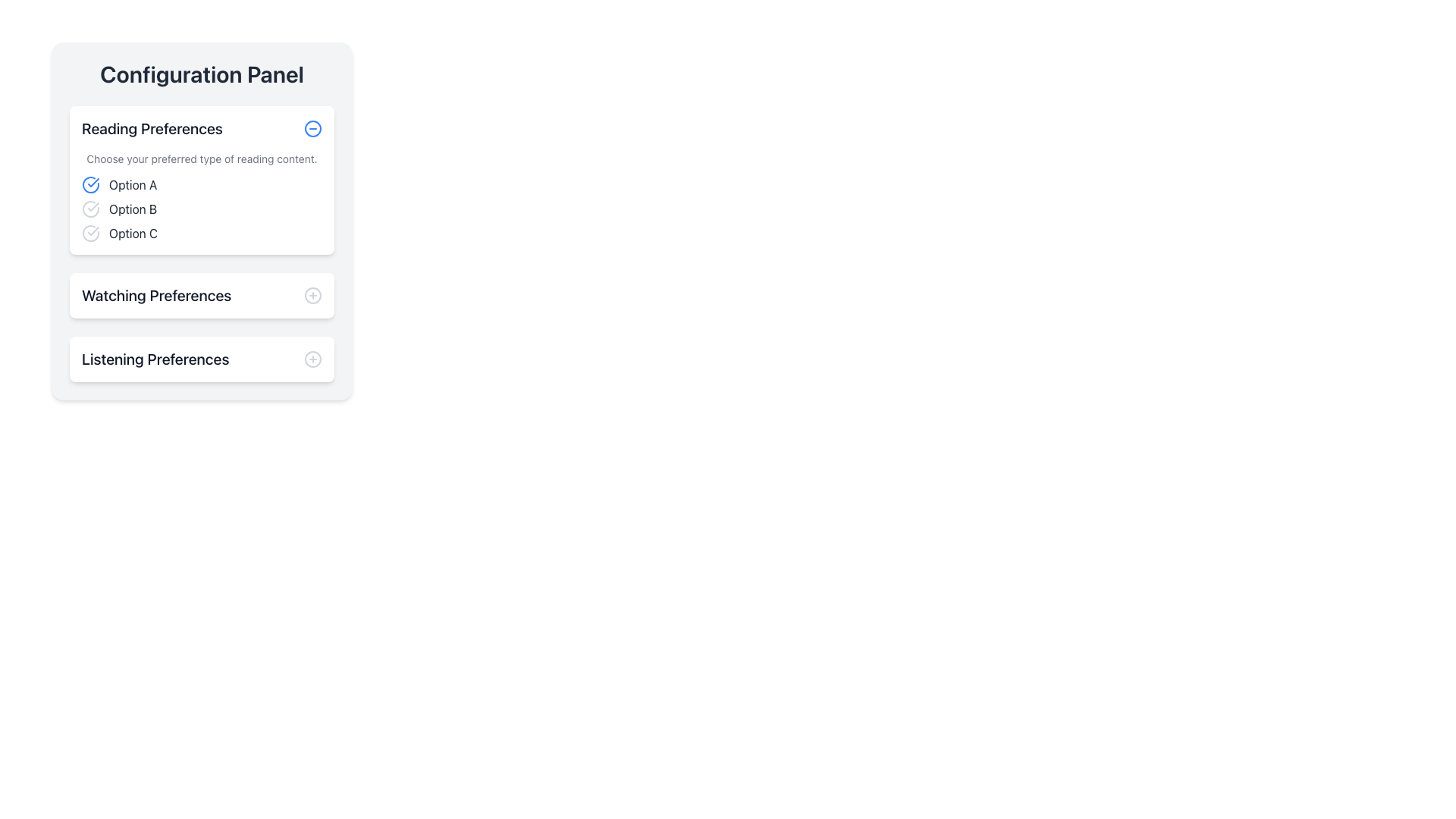 The height and width of the screenshot is (819, 1456). I want to click on the 'Reading Preferences' section header for navigation by clicking on the collapsible header that includes a prominent title and a blue minus icon, so click(201, 127).